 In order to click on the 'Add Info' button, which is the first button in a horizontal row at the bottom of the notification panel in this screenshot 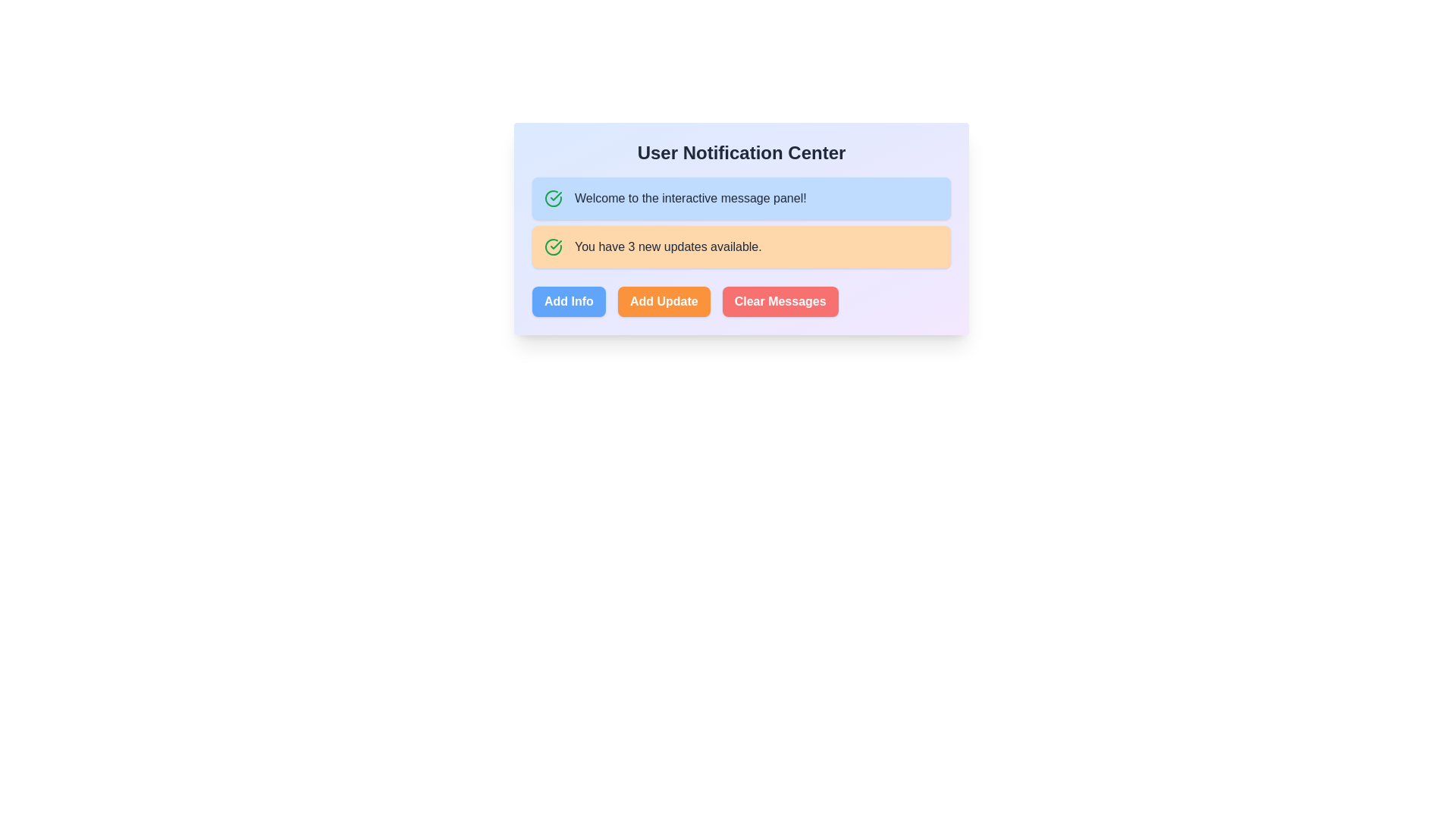, I will do `click(568, 301)`.